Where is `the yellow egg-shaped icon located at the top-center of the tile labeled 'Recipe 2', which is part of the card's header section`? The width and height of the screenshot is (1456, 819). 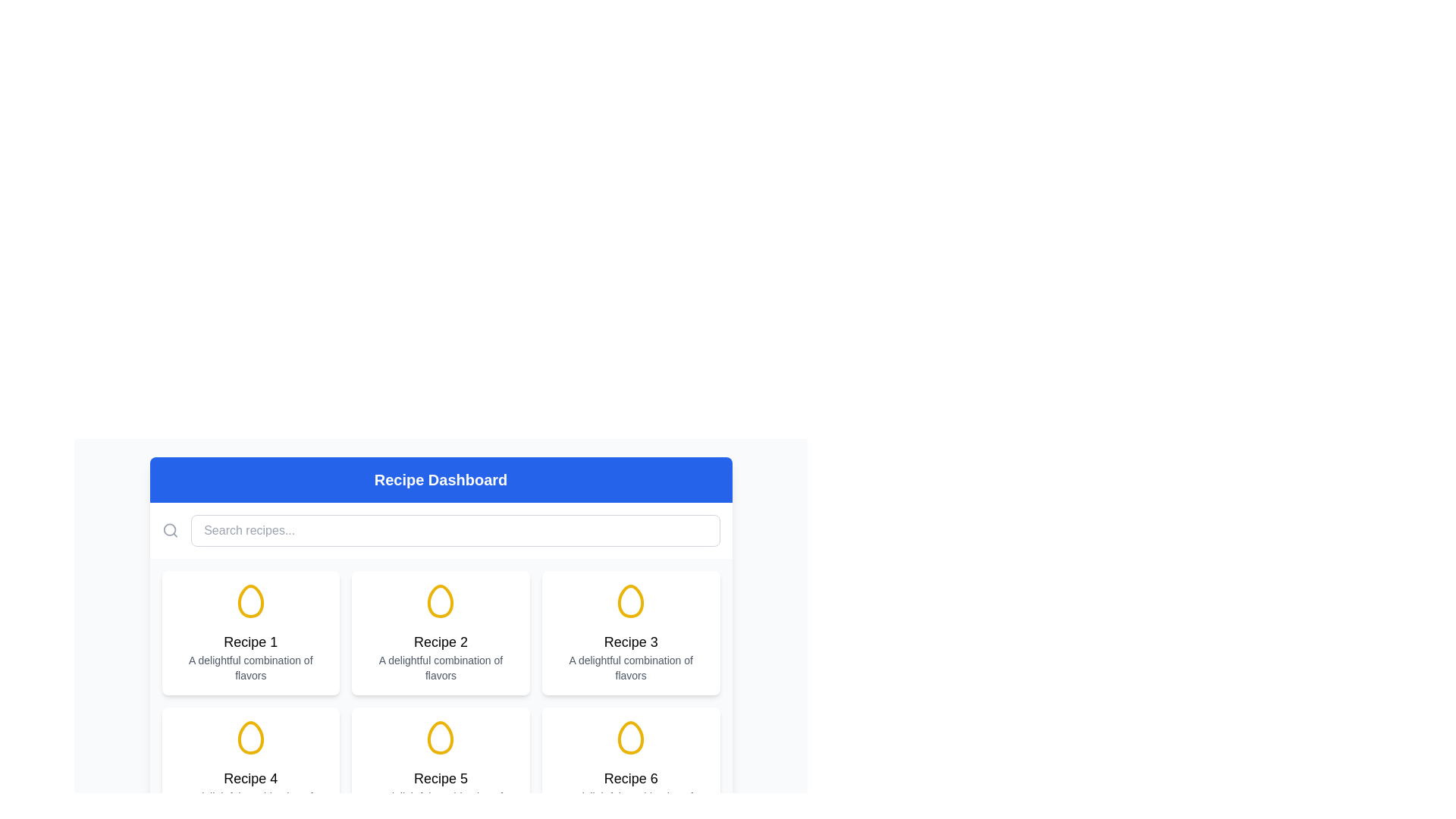
the yellow egg-shaped icon located at the top-center of the tile labeled 'Recipe 2', which is part of the card's header section is located at coordinates (440, 601).